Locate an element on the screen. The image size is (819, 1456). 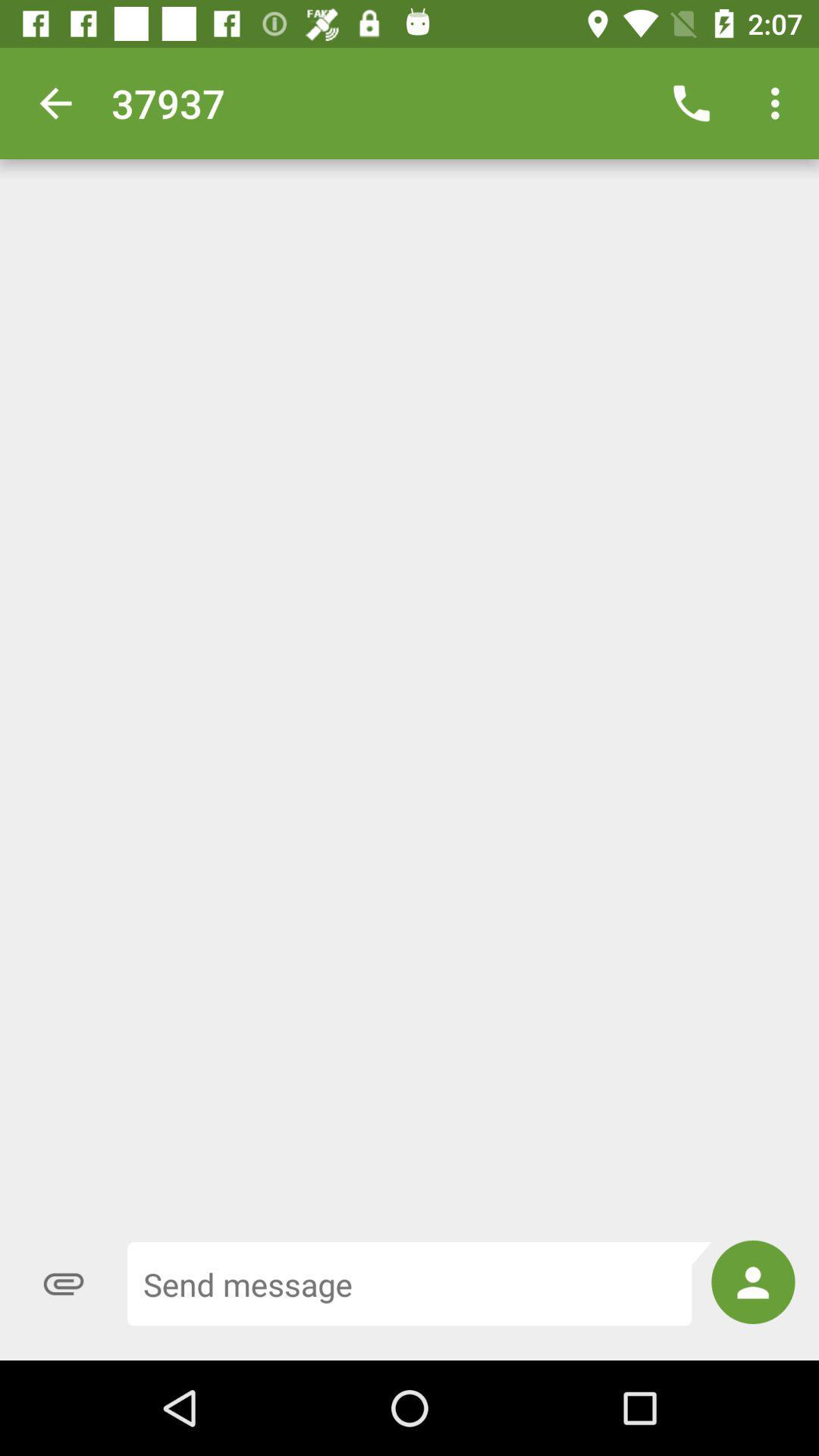
icon at the bottom left corner is located at coordinates (63, 1283).